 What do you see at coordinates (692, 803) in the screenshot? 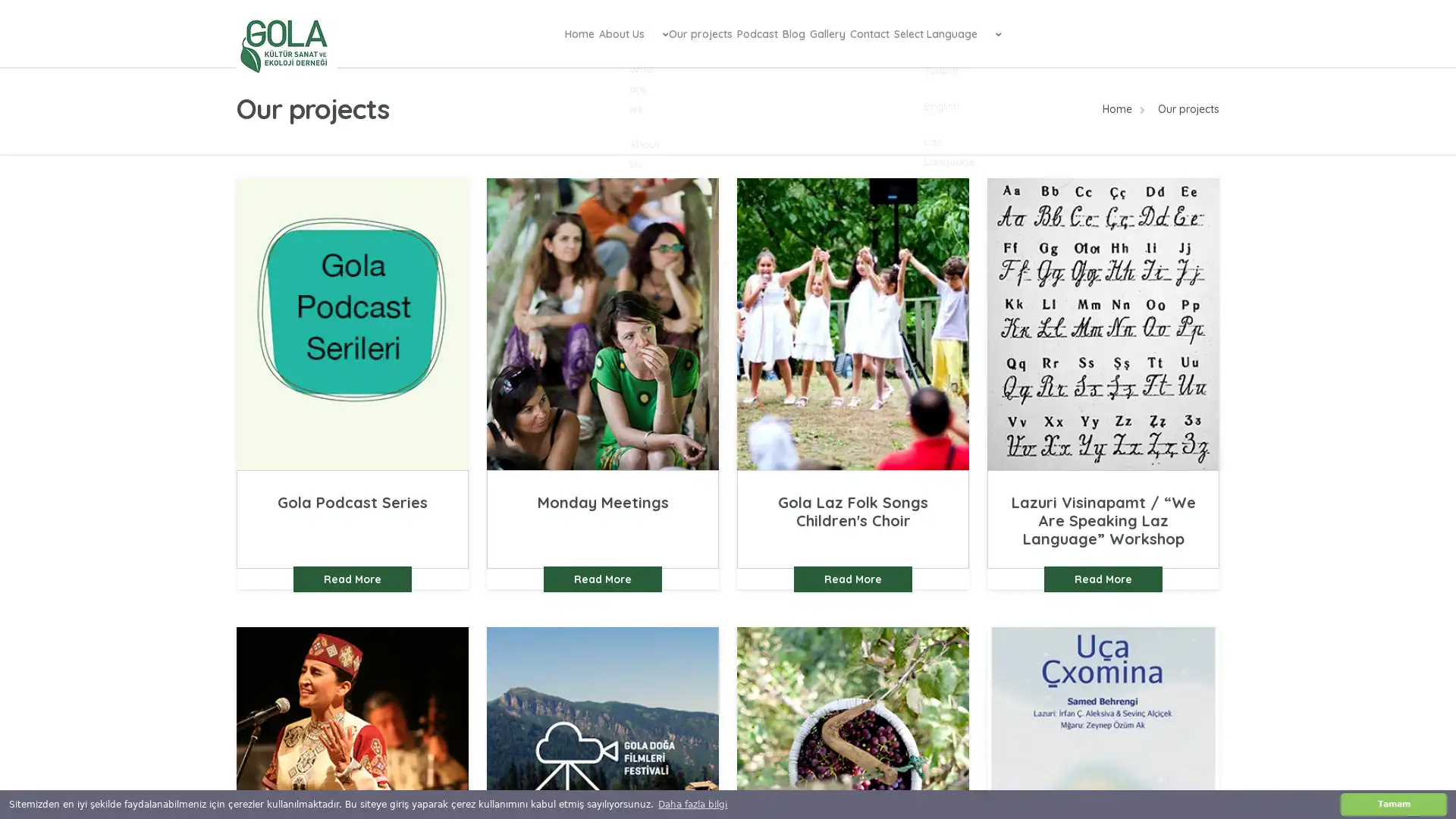
I see `erezler hakknda` at bounding box center [692, 803].